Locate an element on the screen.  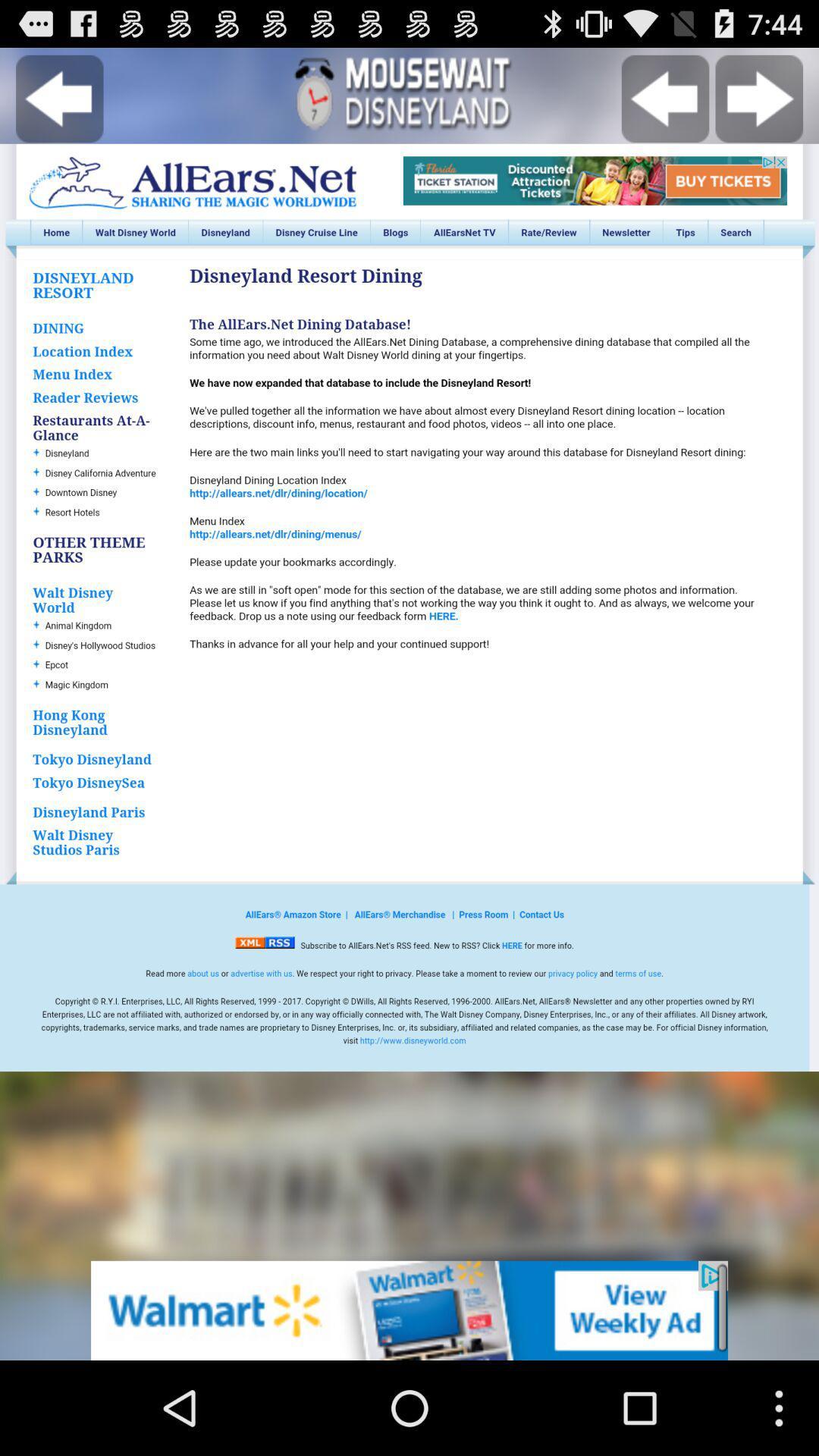
the arrow_backward icon is located at coordinates (58, 105).